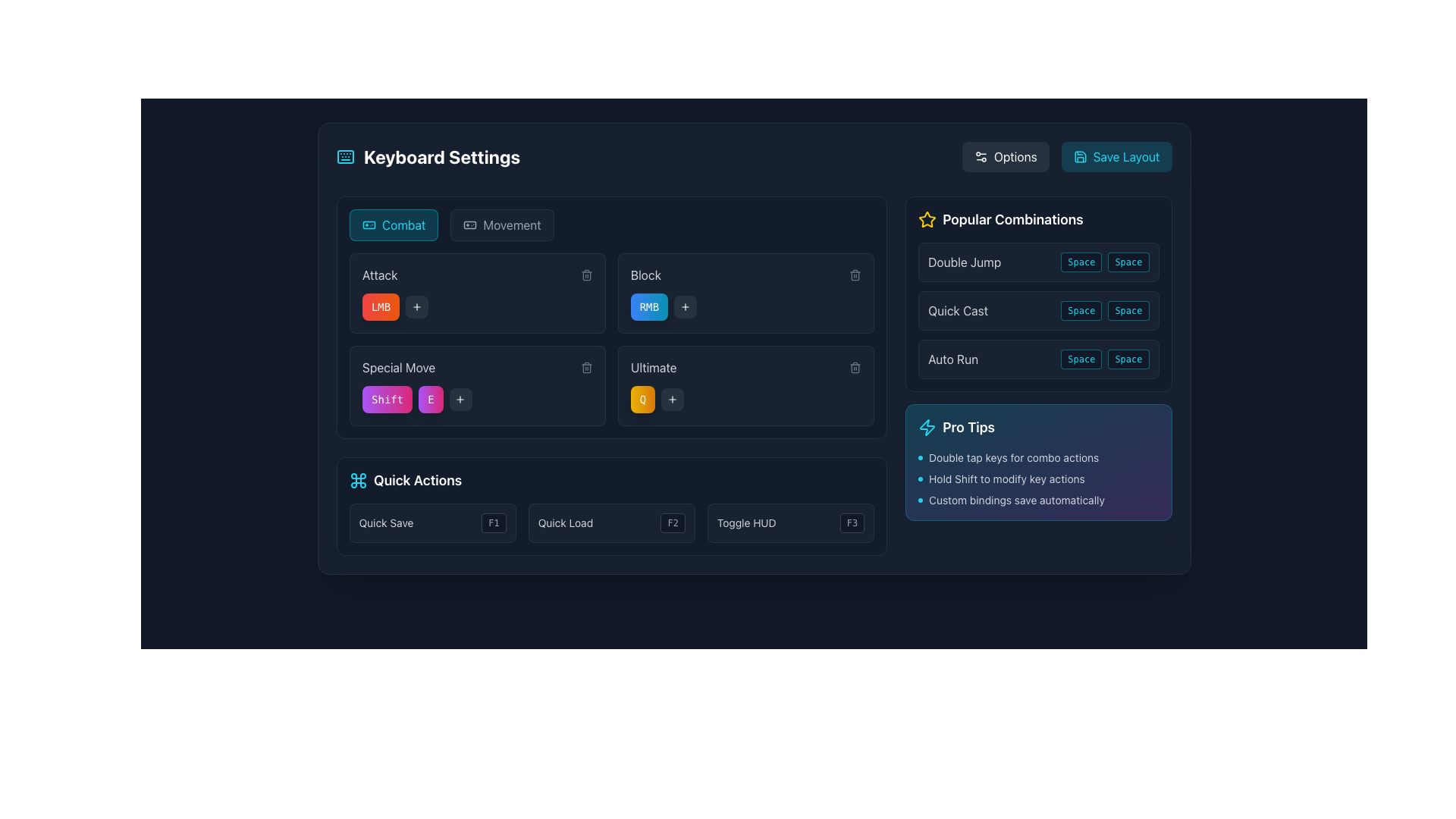 The width and height of the screenshot is (1456, 819). What do you see at coordinates (585, 369) in the screenshot?
I see `the red trash icon located in the 'Special Move' section of the 'Keyboard Settings' interface` at bounding box center [585, 369].